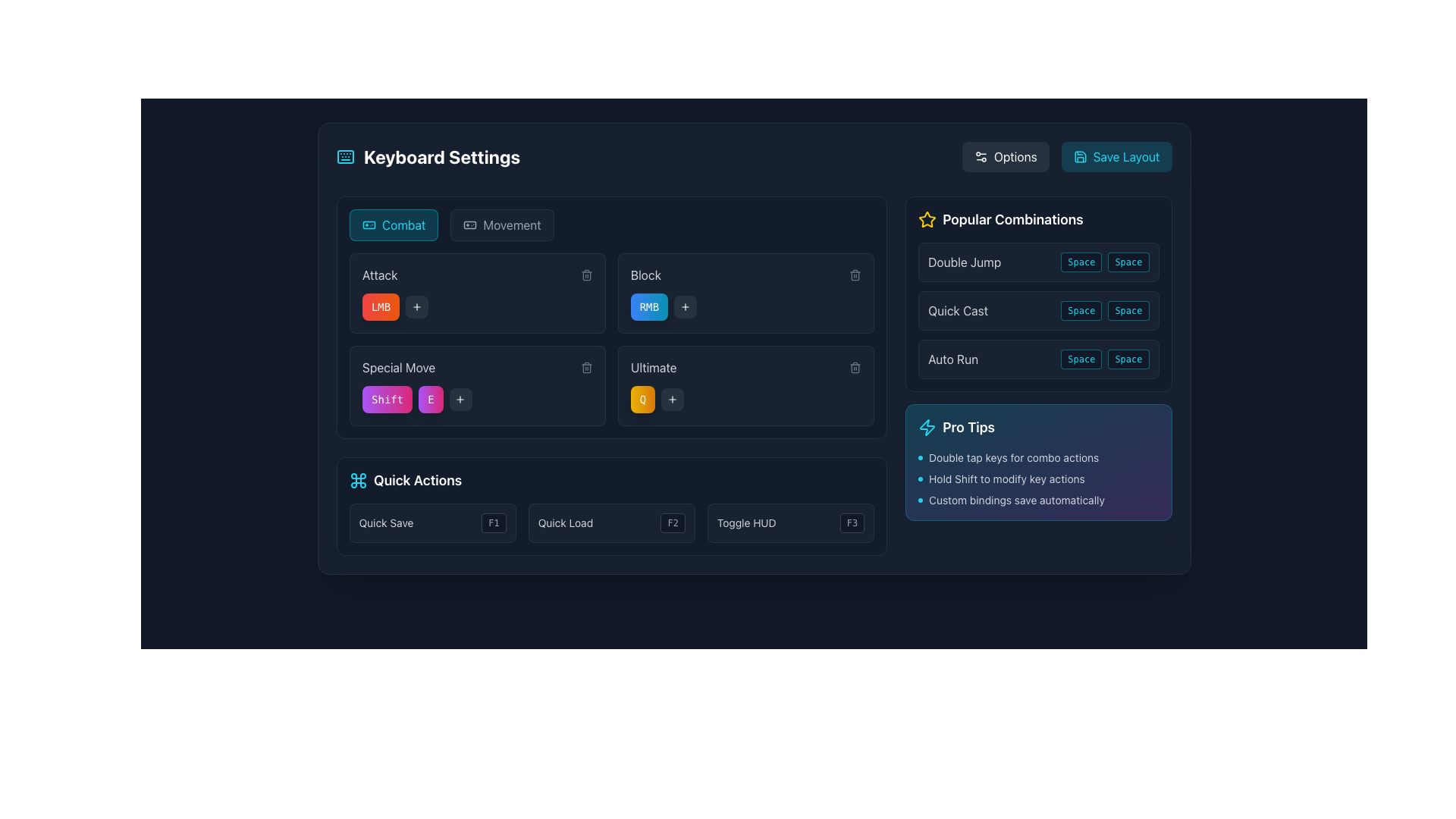 The width and height of the screenshot is (1456, 819). What do you see at coordinates (585, 369) in the screenshot?
I see `the red trash icon located in the 'Special Move' section of the 'Keyboard Settings' interface` at bounding box center [585, 369].